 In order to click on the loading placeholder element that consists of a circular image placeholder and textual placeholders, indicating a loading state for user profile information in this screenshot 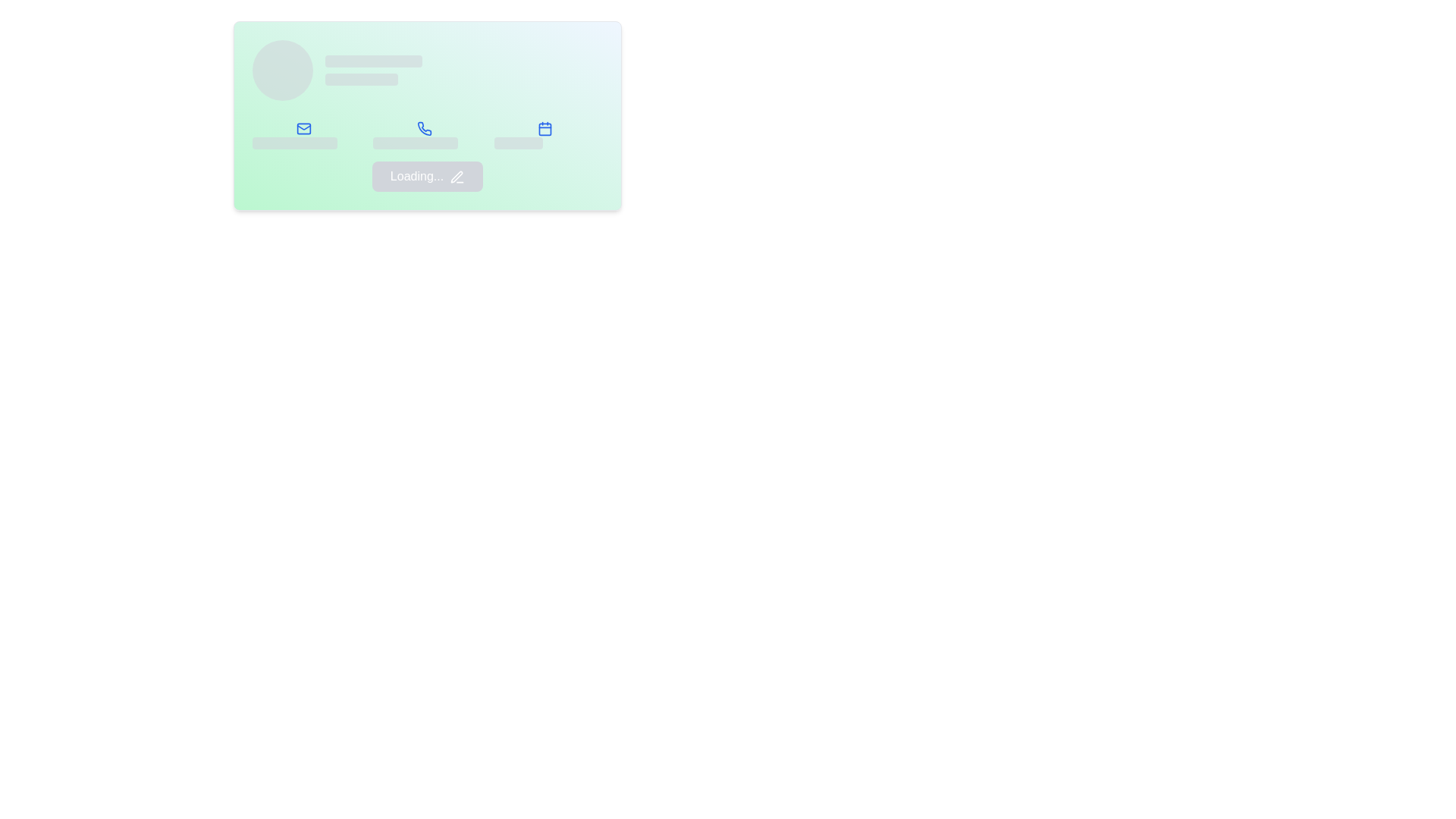, I will do `click(427, 70)`.